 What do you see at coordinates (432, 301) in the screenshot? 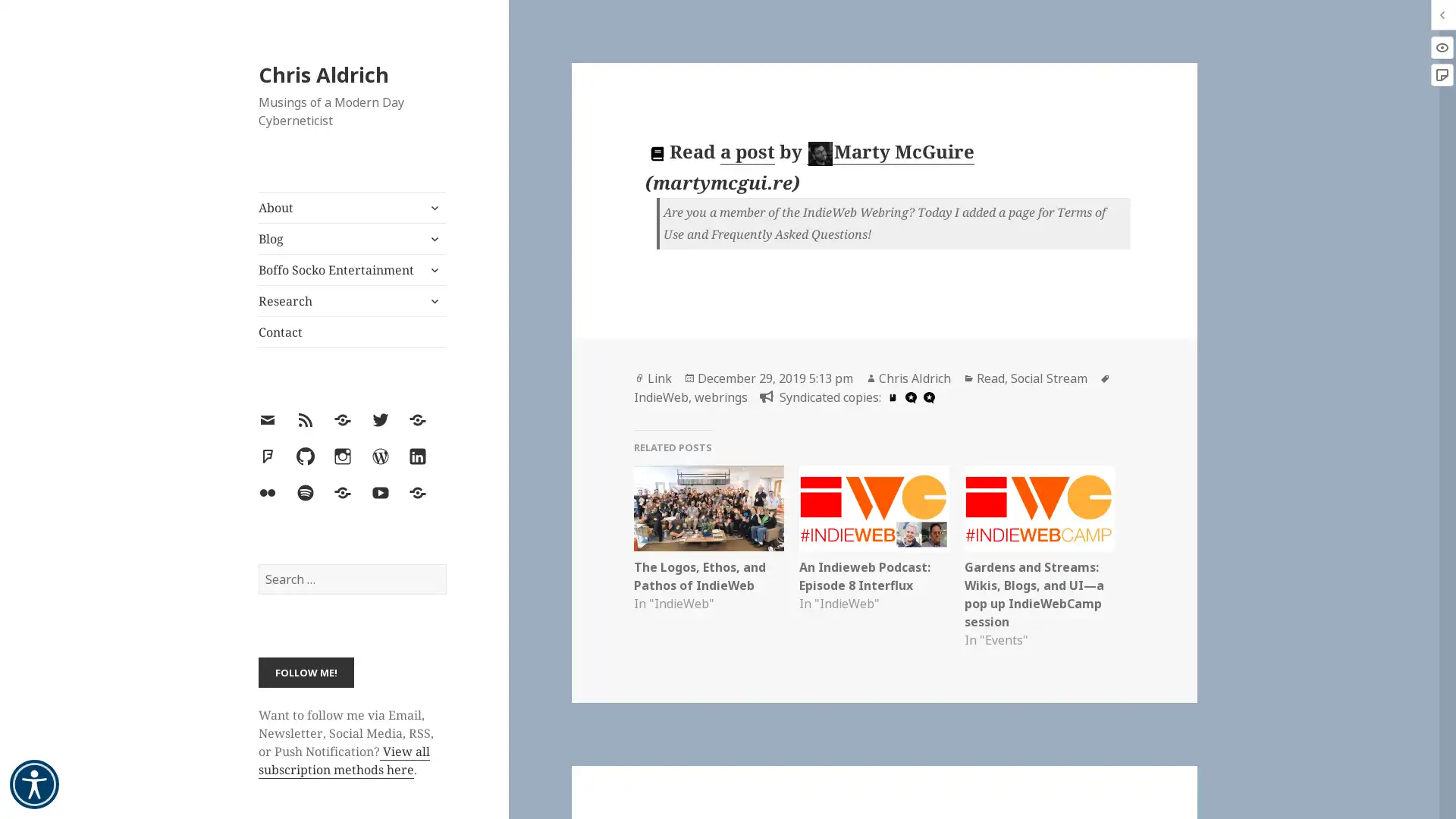
I see `expand child menu` at bounding box center [432, 301].